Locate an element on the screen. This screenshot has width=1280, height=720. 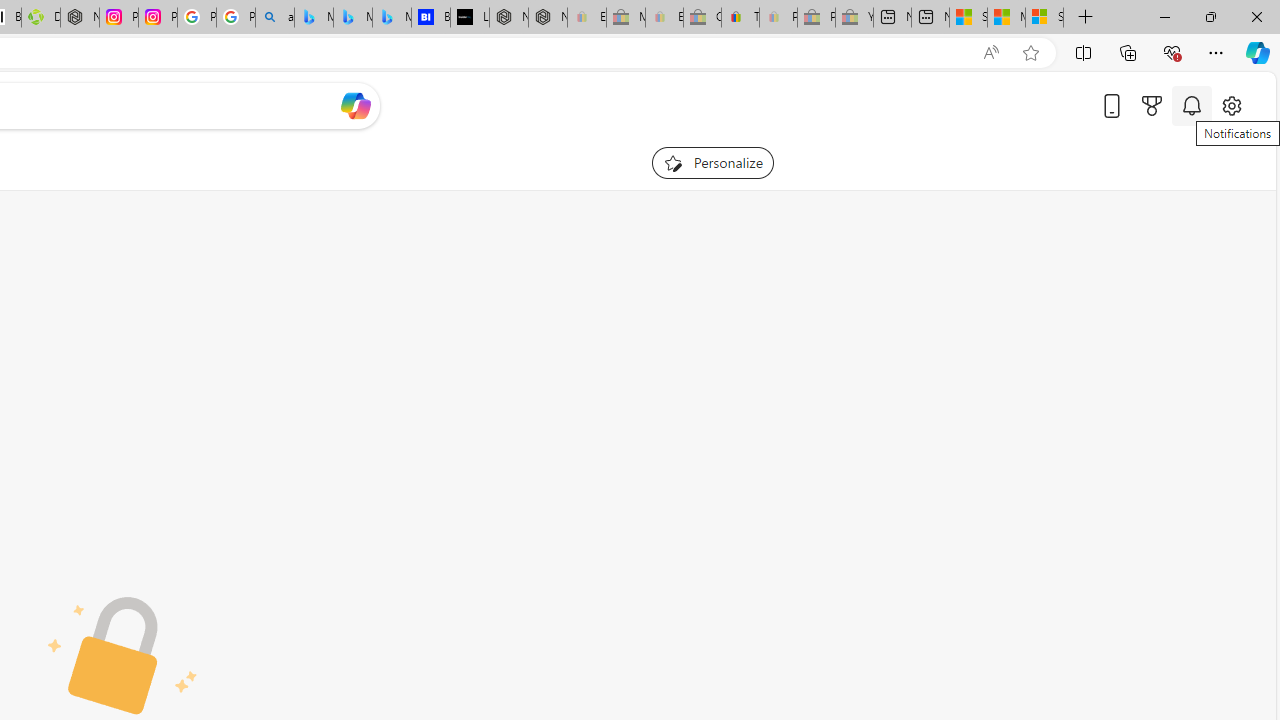
'Payments Terms of Use | eBay.com - Sleeping' is located at coordinates (777, 17).